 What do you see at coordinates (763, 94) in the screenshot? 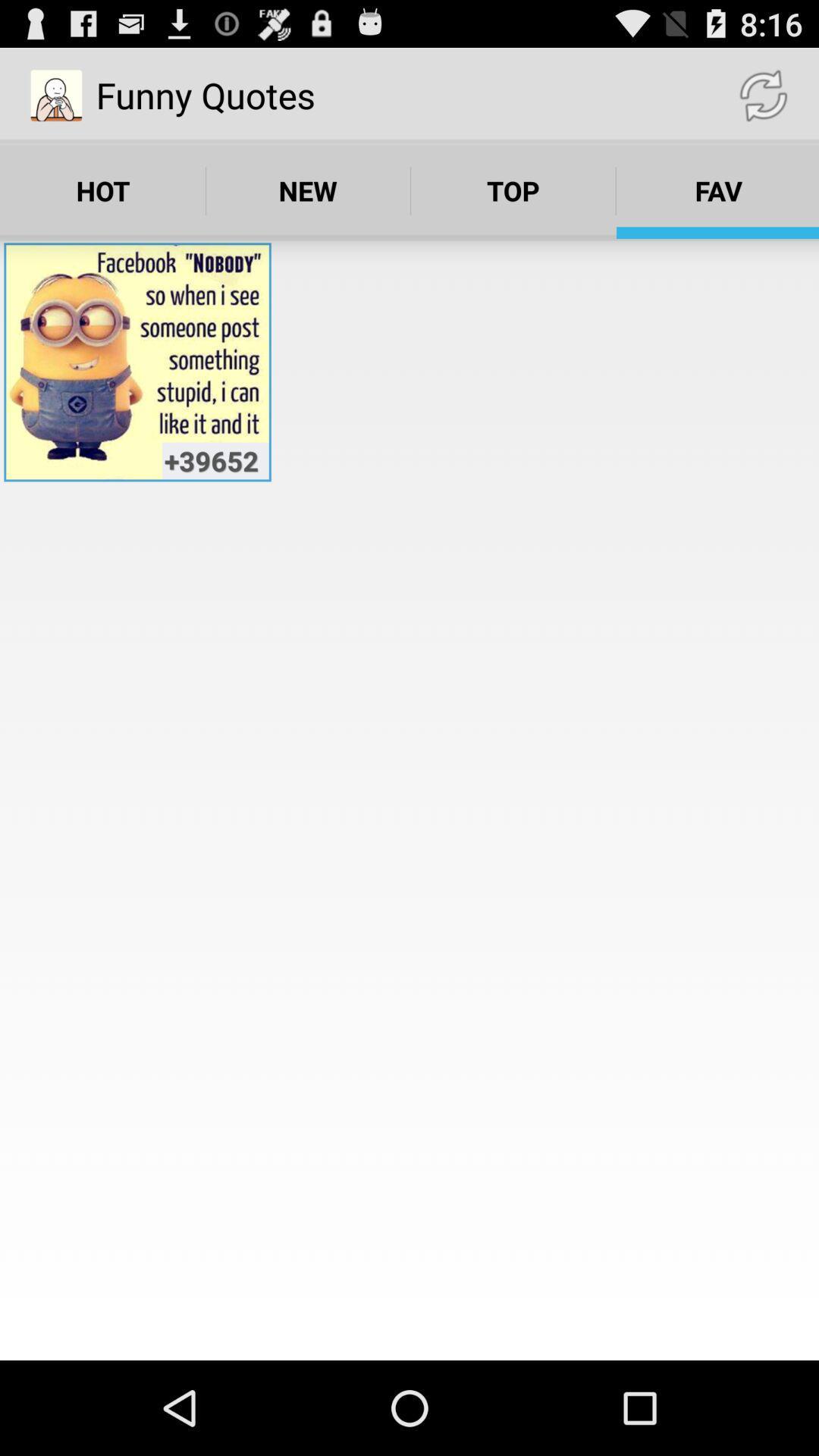
I see `app to the right of funny quotes app` at bounding box center [763, 94].